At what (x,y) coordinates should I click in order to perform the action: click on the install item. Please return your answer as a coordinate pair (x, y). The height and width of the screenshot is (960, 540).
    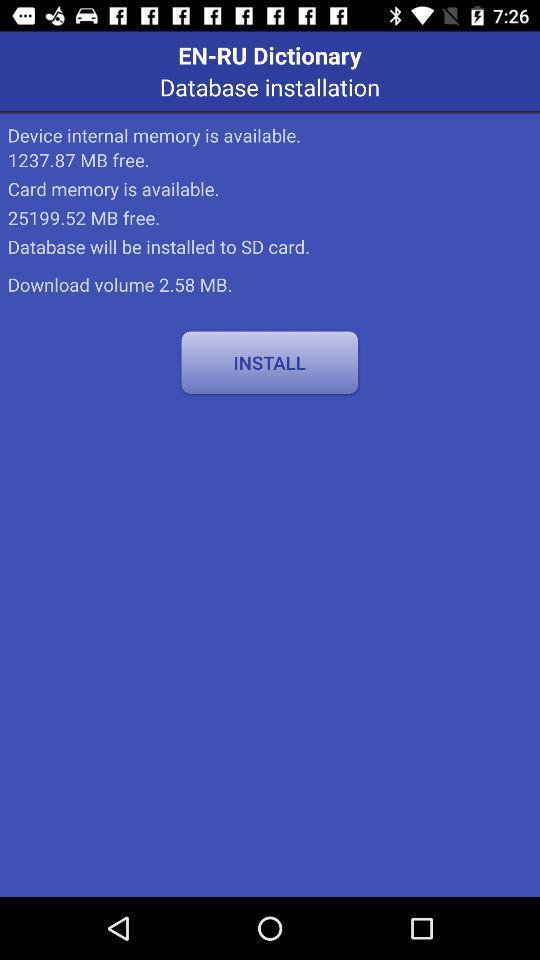
    Looking at the image, I should click on (269, 361).